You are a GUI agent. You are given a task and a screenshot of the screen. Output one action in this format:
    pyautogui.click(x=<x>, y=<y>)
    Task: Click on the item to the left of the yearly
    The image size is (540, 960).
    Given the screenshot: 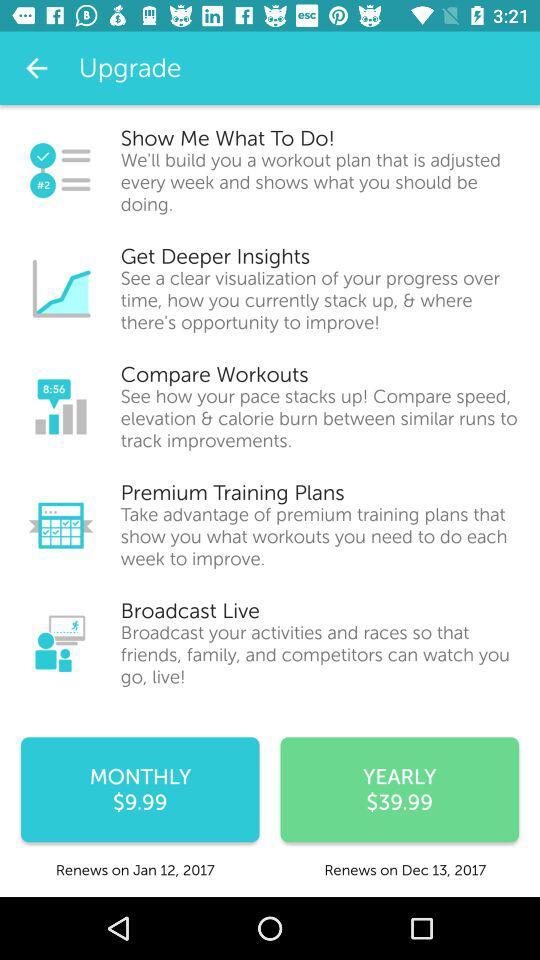 What is the action you would take?
    pyautogui.click(x=139, y=789)
    